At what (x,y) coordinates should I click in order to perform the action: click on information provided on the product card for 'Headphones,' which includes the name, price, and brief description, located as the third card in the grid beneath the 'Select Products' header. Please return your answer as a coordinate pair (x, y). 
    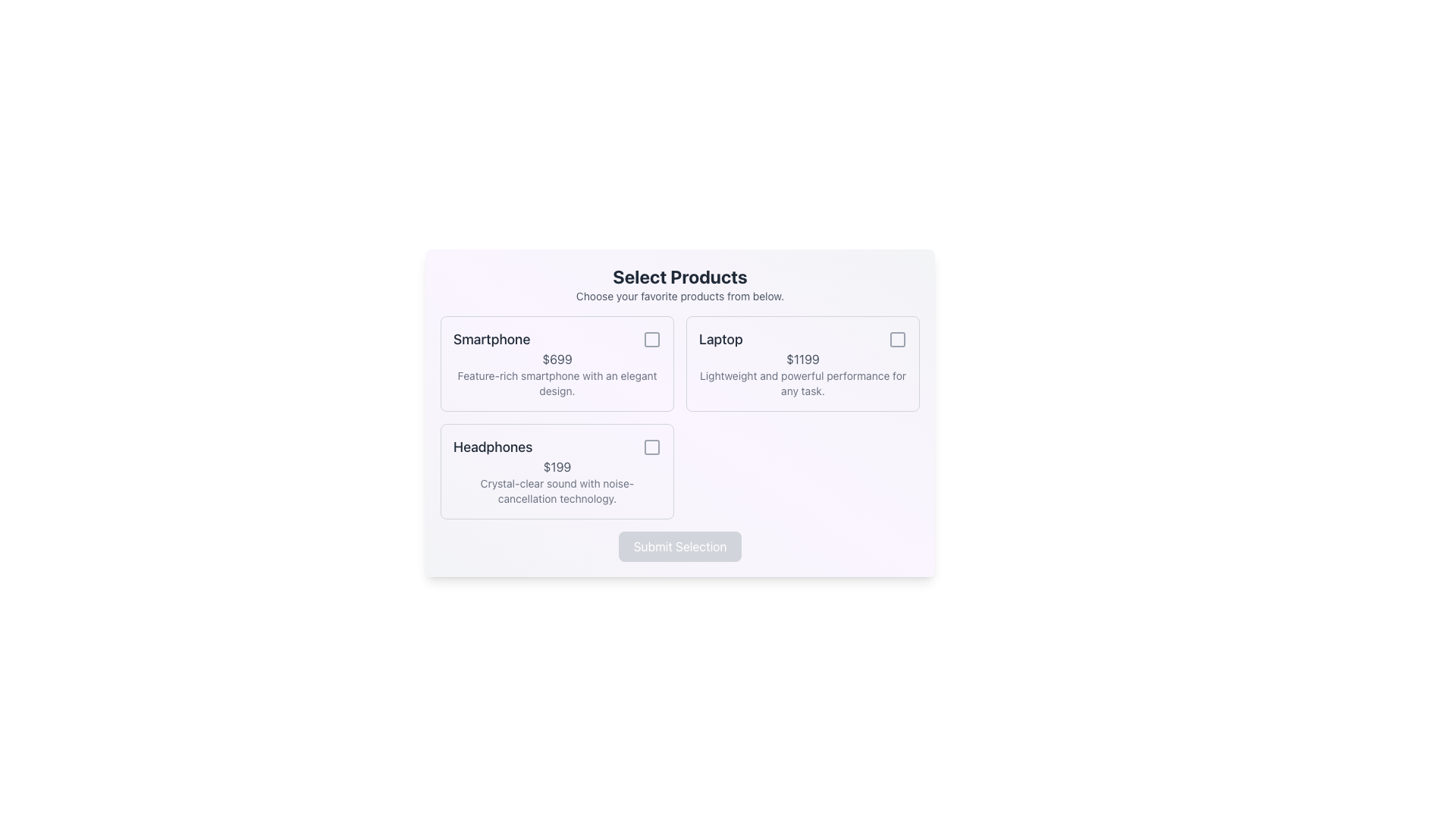
    Looking at the image, I should click on (556, 470).